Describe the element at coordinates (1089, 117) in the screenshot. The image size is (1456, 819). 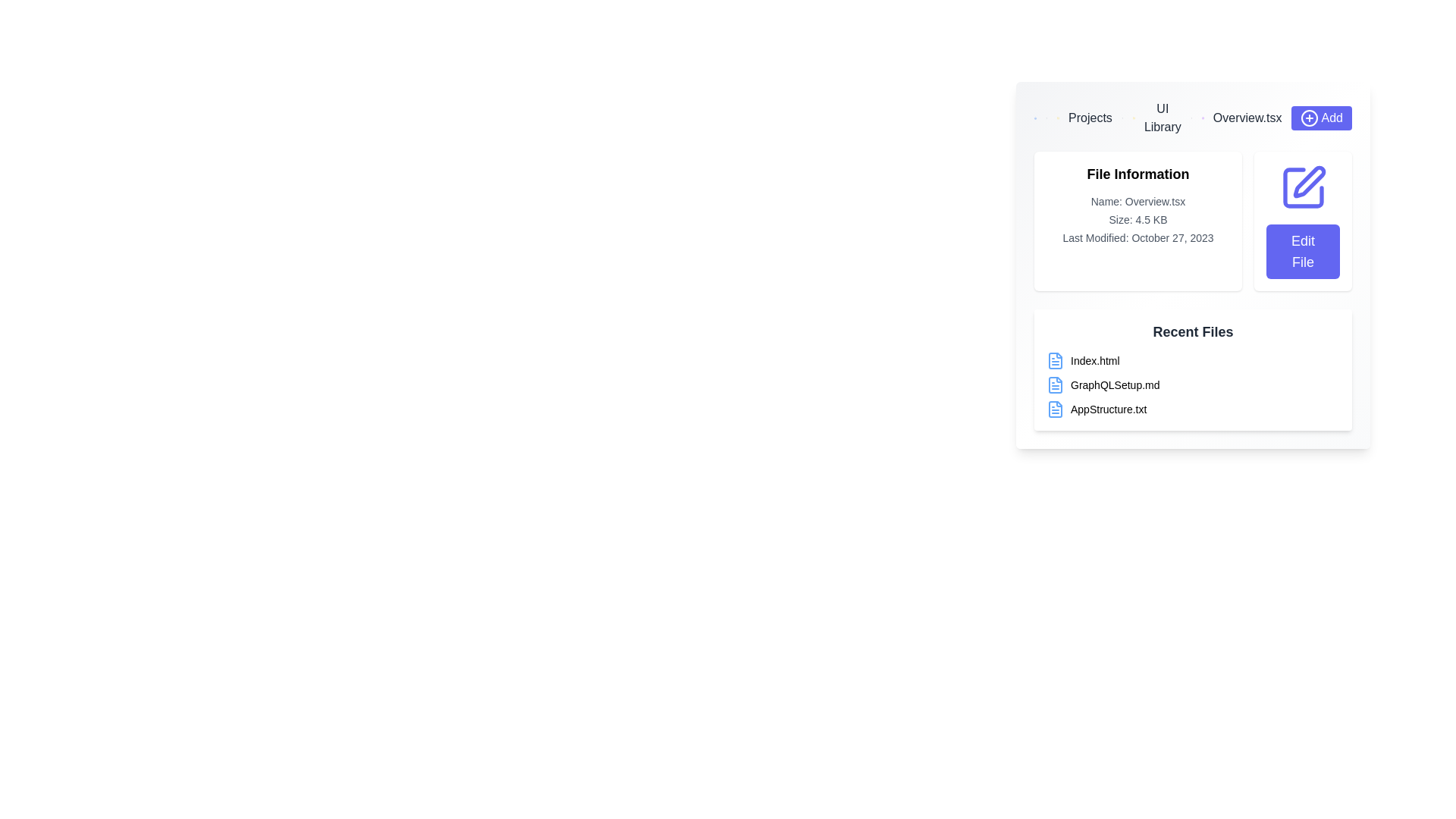
I see `the 'Projects' text label in the breadcrumb navigation bar` at that location.